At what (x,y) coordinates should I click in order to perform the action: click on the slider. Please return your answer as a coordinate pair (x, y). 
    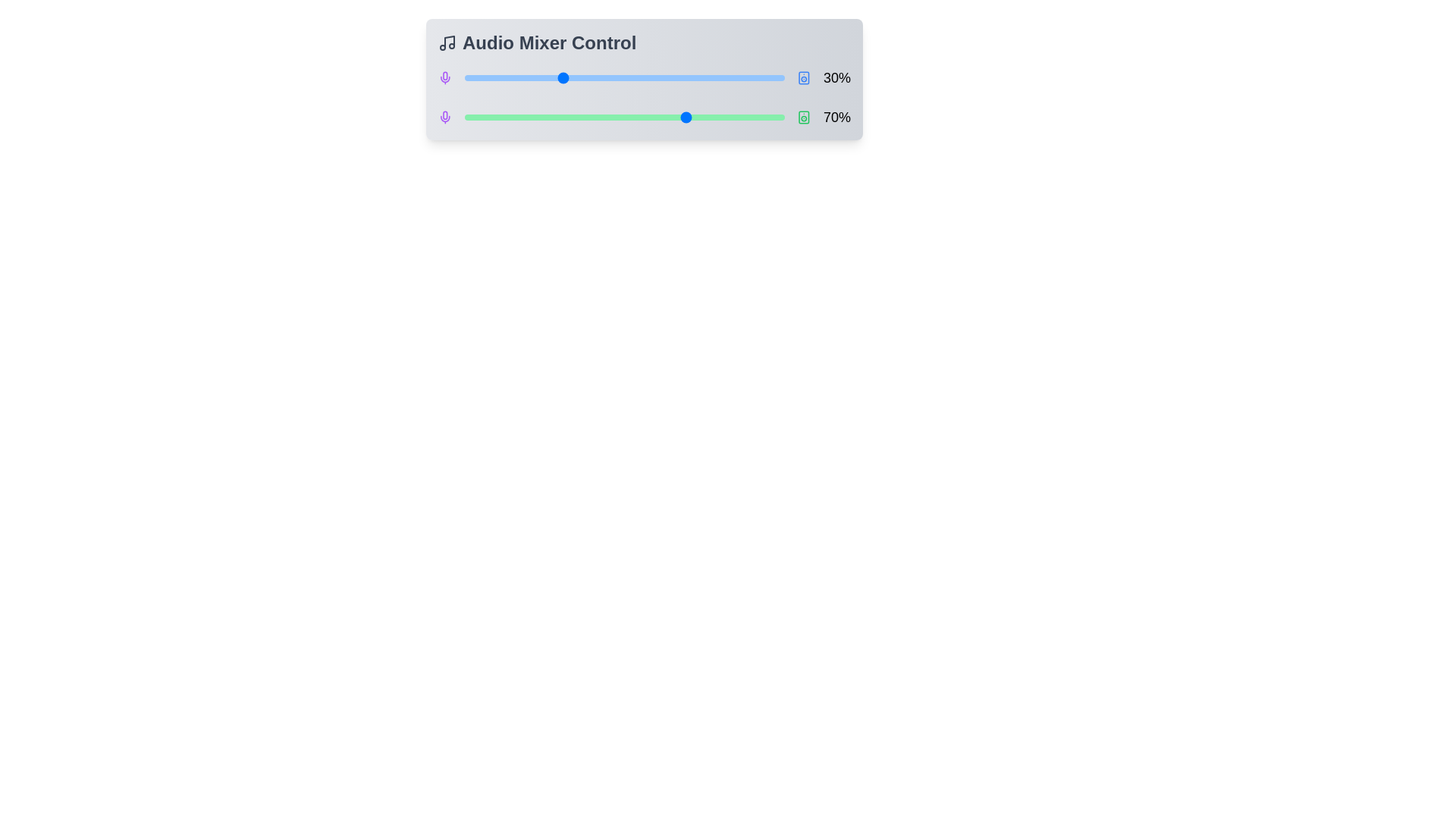
    Looking at the image, I should click on (660, 78).